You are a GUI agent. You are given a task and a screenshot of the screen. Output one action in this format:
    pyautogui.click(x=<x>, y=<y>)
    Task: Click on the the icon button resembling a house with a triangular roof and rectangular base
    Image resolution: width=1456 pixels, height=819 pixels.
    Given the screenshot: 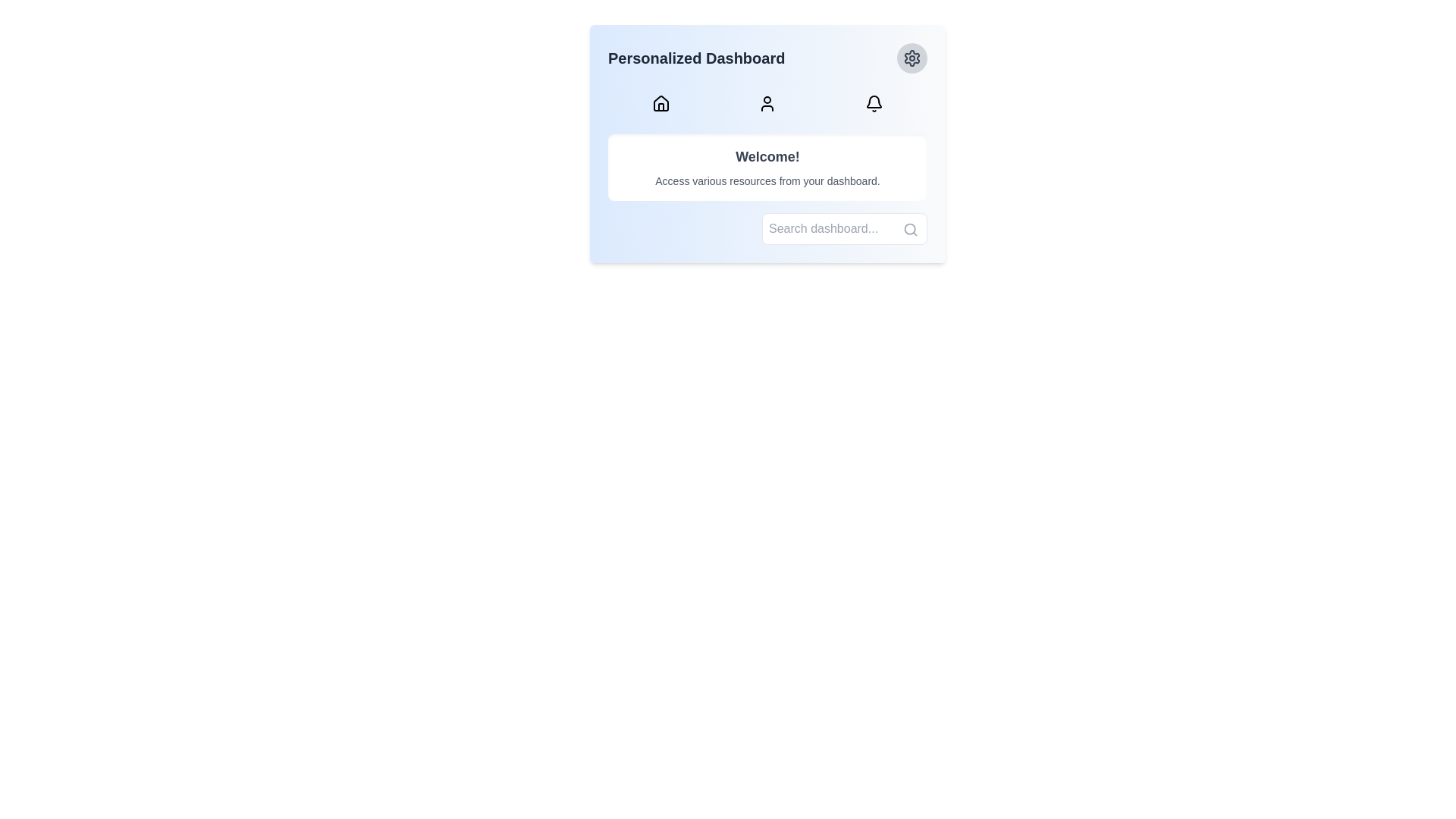 What is the action you would take?
    pyautogui.click(x=661, y=103)
    